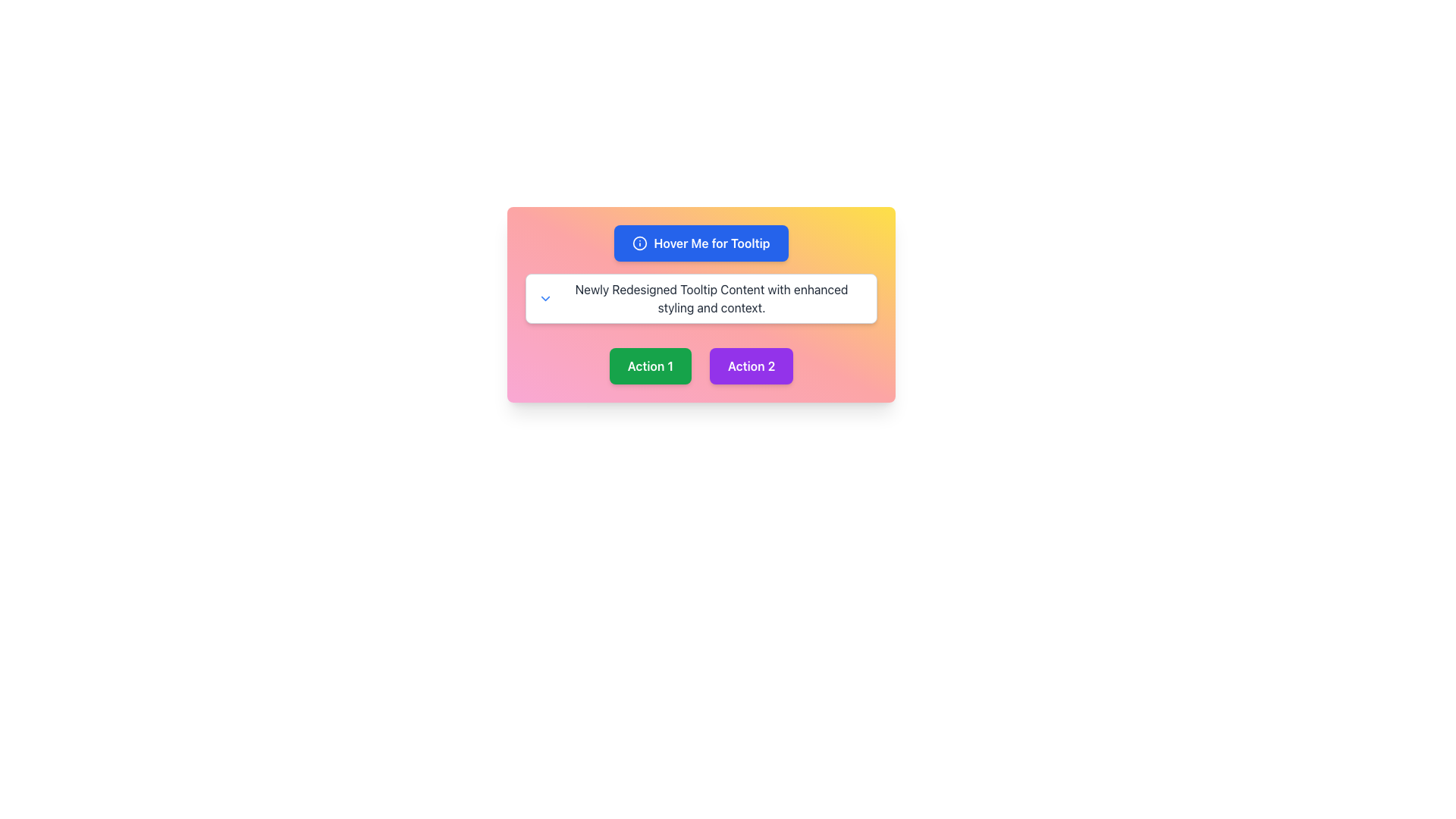 The image size is (1456, 819). I want to click on the circular SVG Circle Component that forms the outer frame of an information icon located in the header section of the card, so click(640, 242).